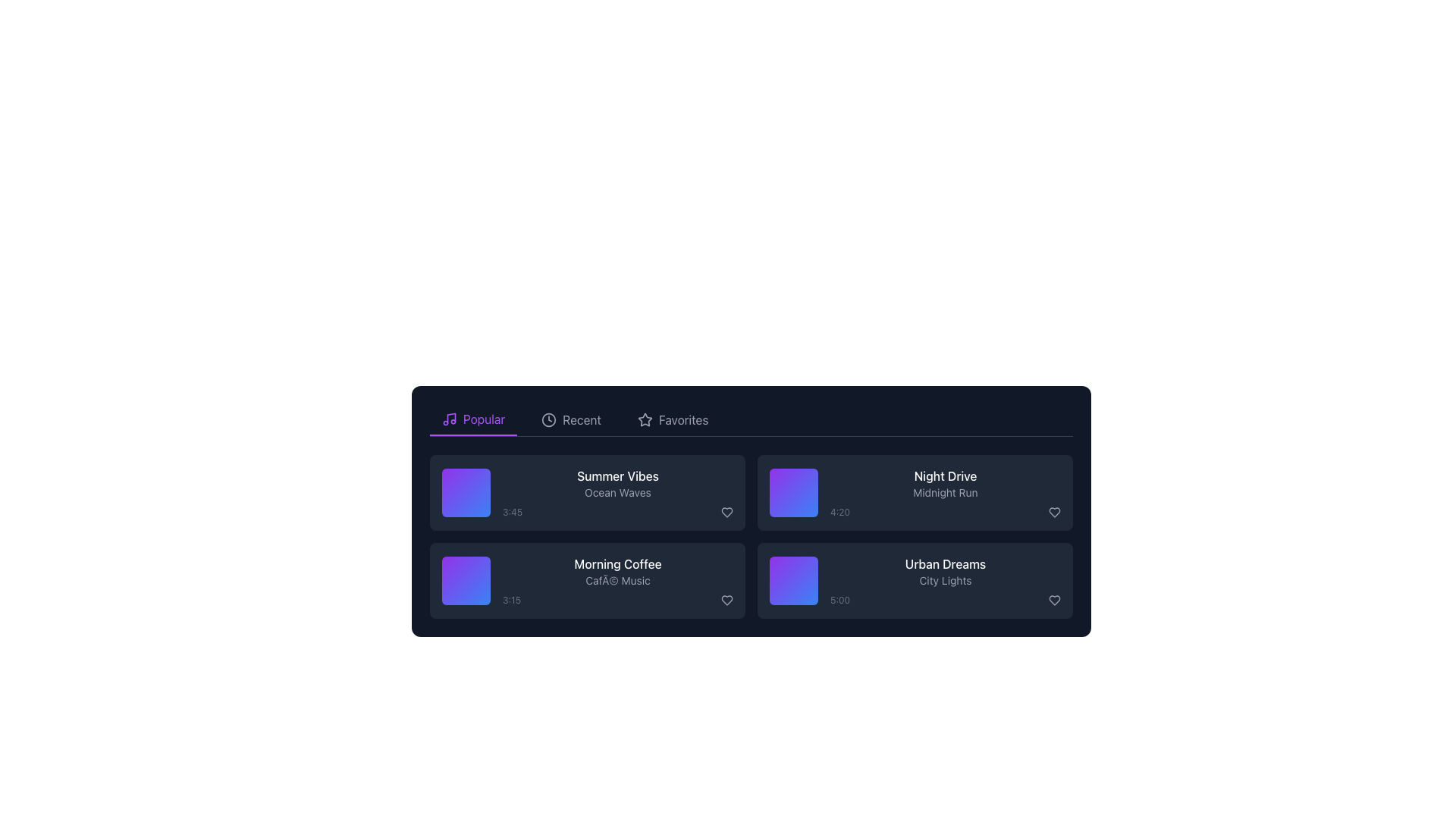 This screenshot has width=1456, height=819. What do you see at coordinates (586, 493) in the screenshot?
I see `the 'Summer Vibes' music card in the 'Popular' section` at bounding box center [586, 493].